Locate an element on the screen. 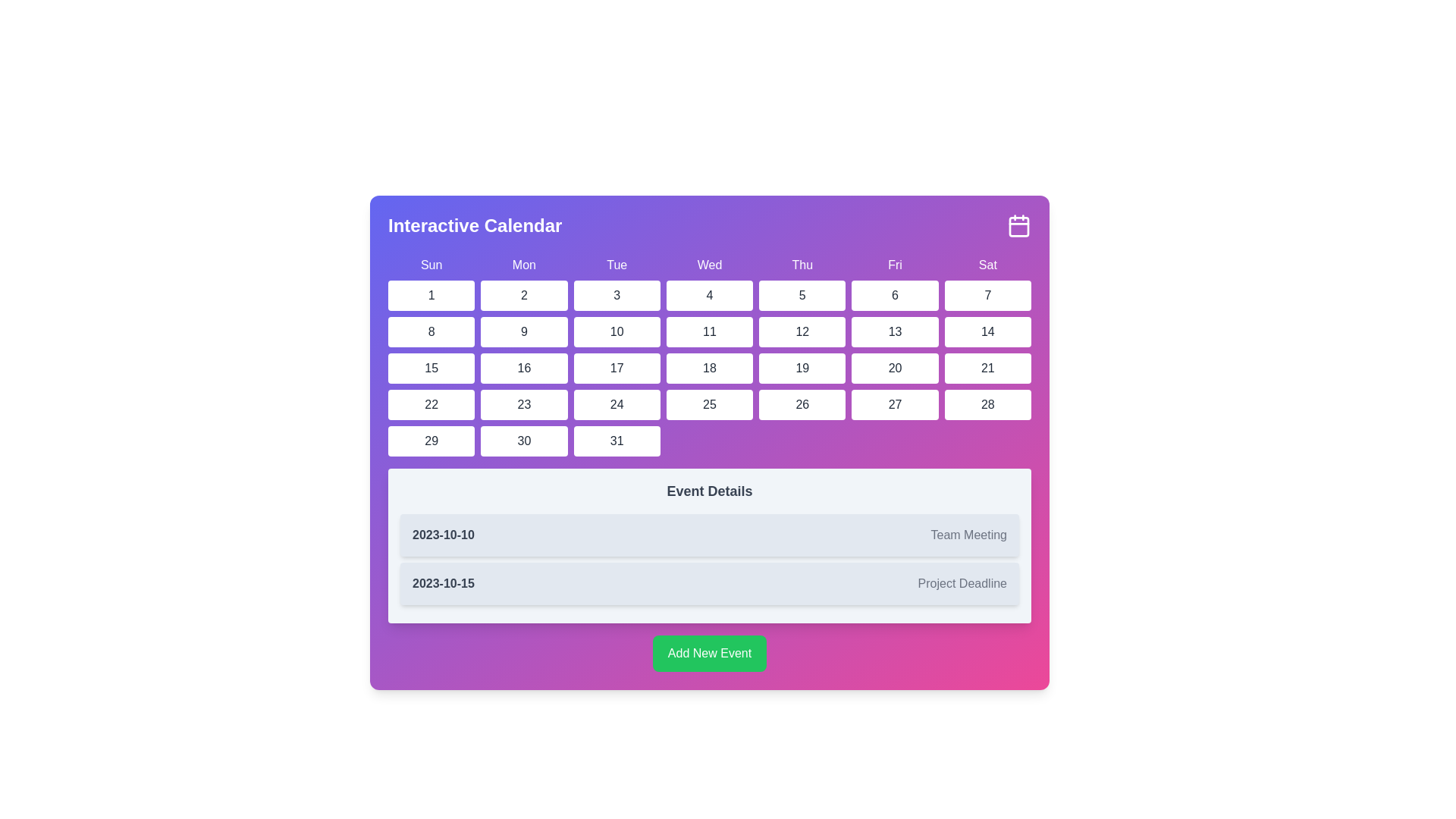 Image resolution: width=1456 pixels, height=819 pixels. the static text label displaying 'Tue', which is the third header item in the weekly calendar grid is located at coordinates (617, 265).